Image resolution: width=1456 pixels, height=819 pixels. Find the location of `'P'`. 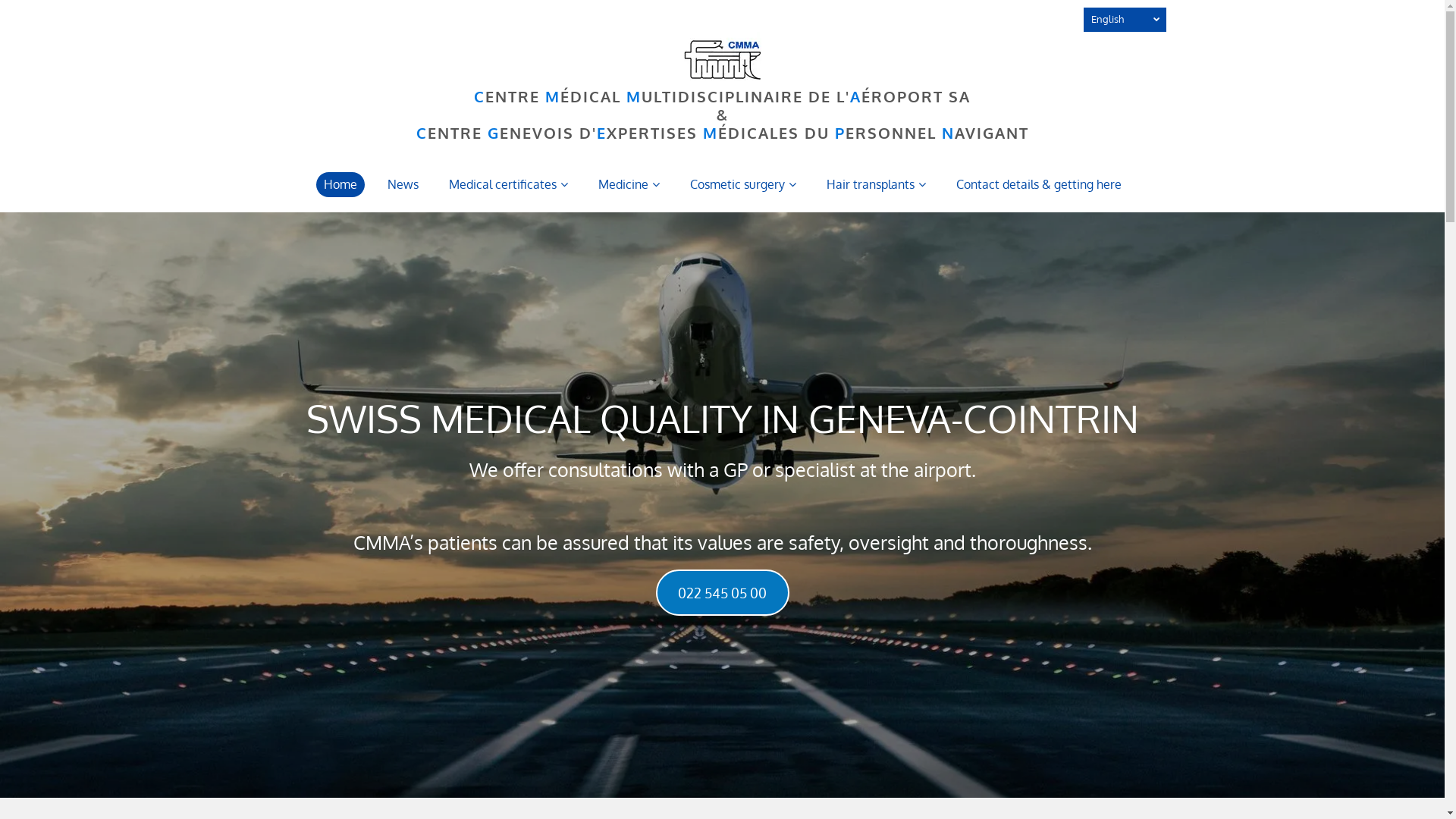

'P' is located at coordinates (839, 131).